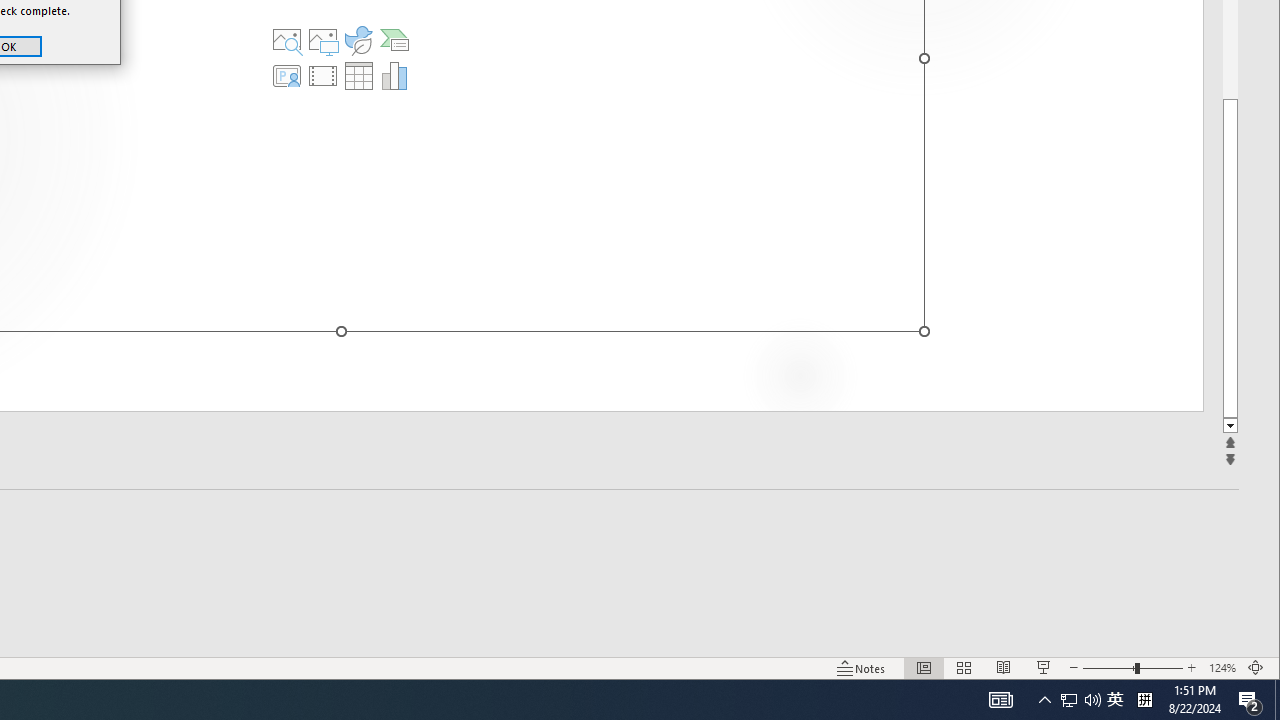  I want to click on 'Stock Images', so click(286, 39).